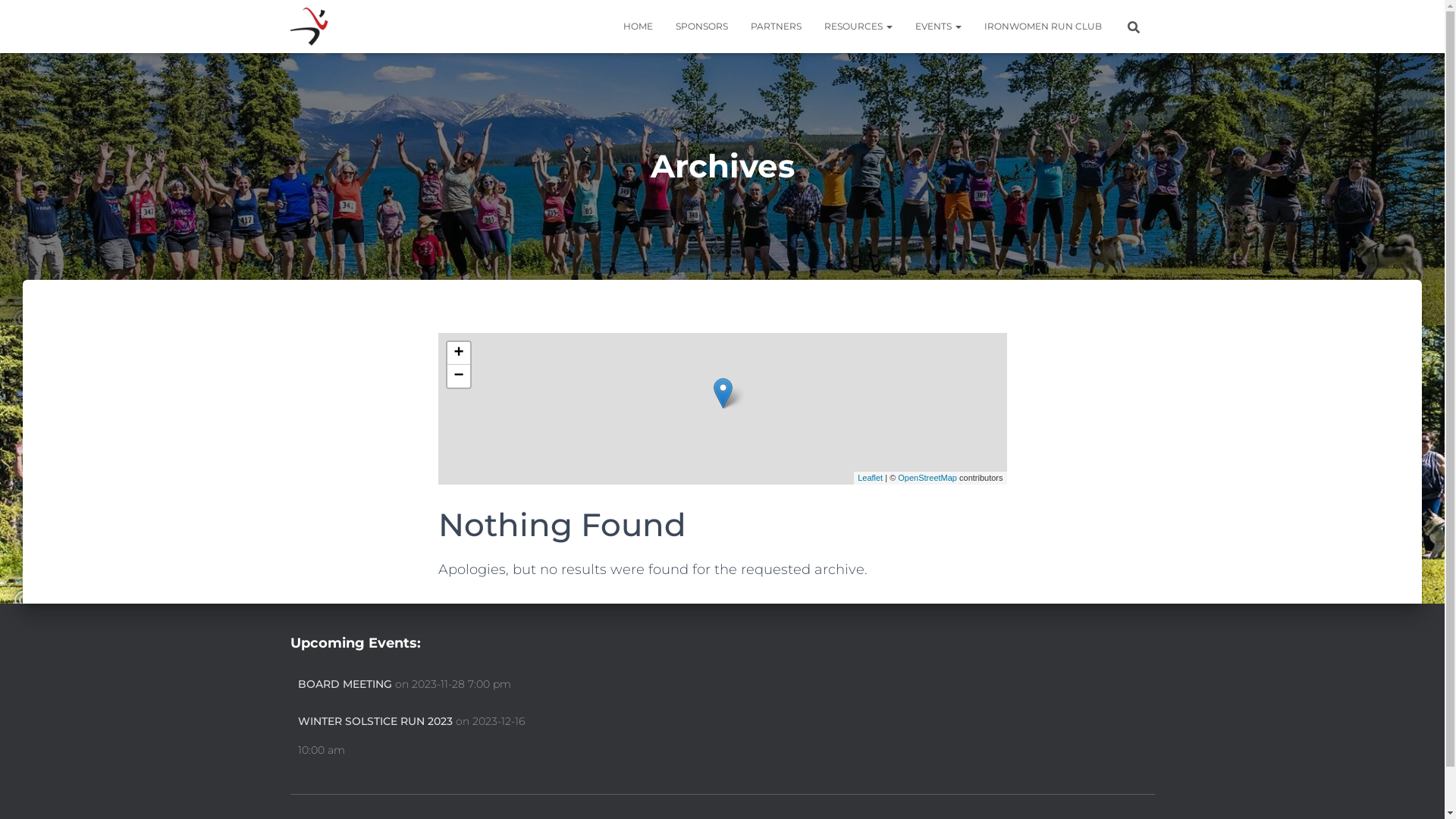 The width and height of the screenshot is (1456, 819). What do you see at coordinates (775, 26) in the screenshot?
I see `'PARTNERS'` at bounding box center [775, 26].